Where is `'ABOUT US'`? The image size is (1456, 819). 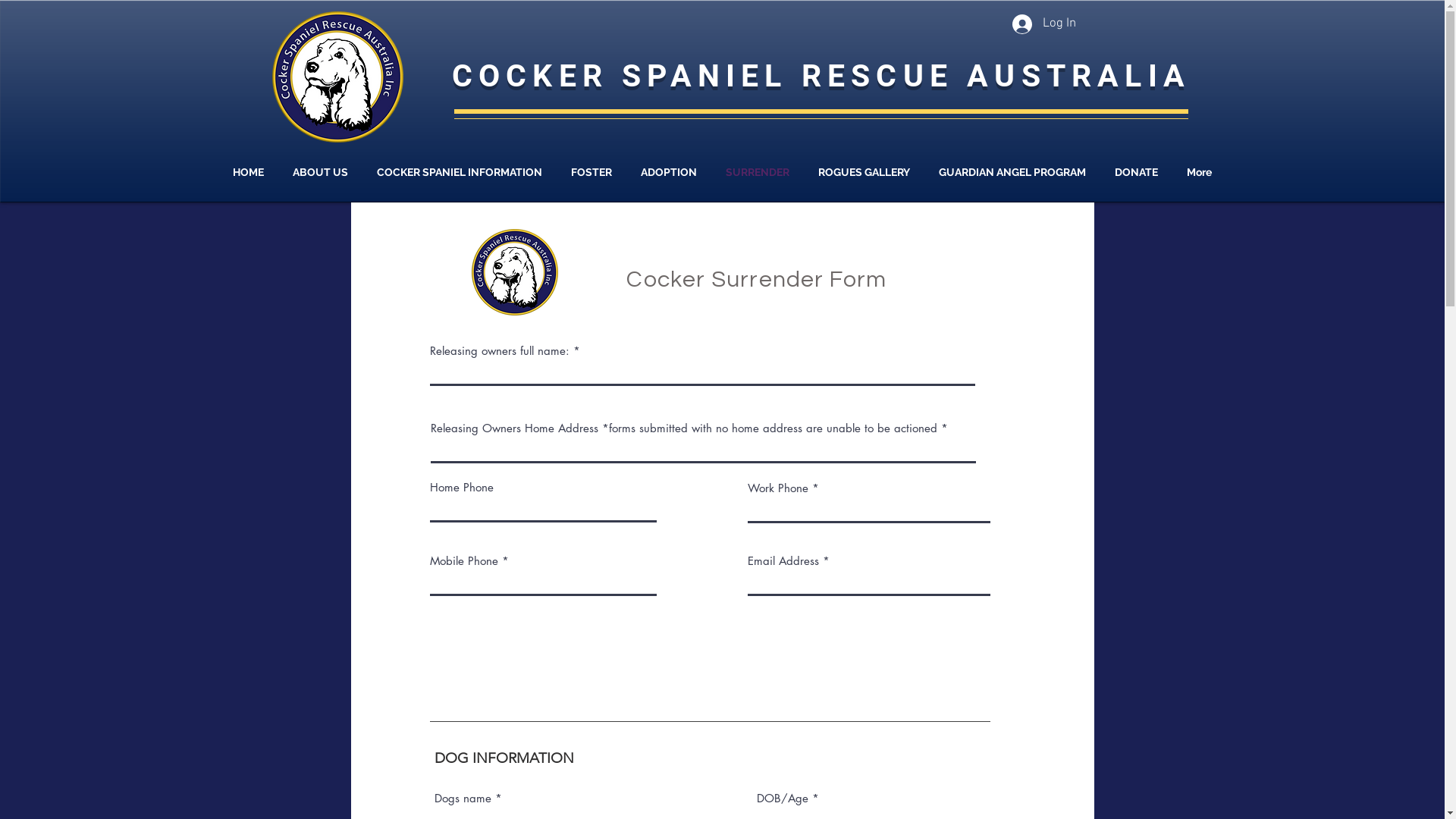 'ABOUT US' is located at coordinates (319, 171).